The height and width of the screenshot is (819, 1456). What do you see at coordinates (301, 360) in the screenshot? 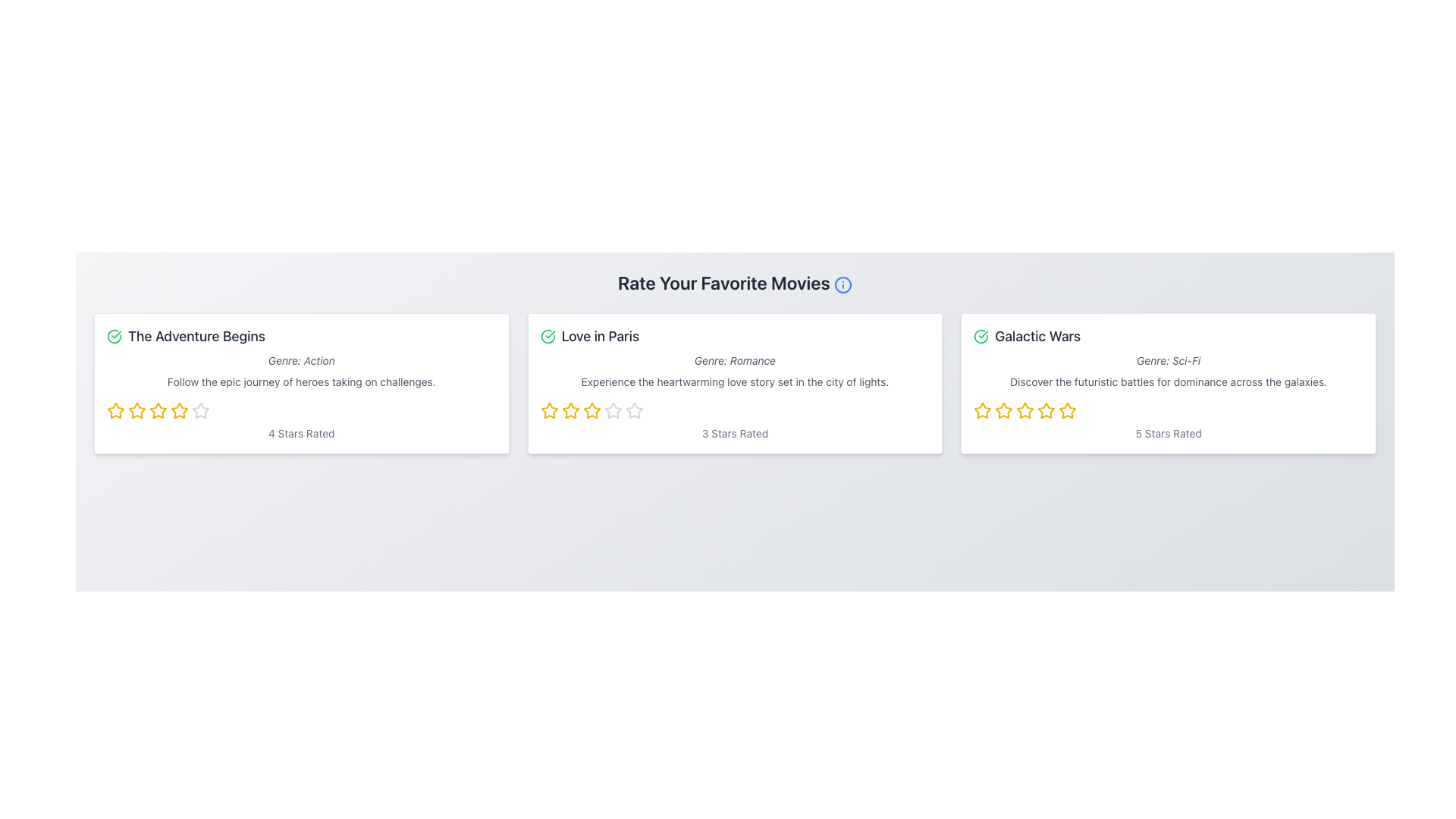
I see `text from the Text Label element displaying 'Genre: Action', which is styled in a small, italicized font and located below 'The Adventure Begins'` at bounding box center [301, 360].